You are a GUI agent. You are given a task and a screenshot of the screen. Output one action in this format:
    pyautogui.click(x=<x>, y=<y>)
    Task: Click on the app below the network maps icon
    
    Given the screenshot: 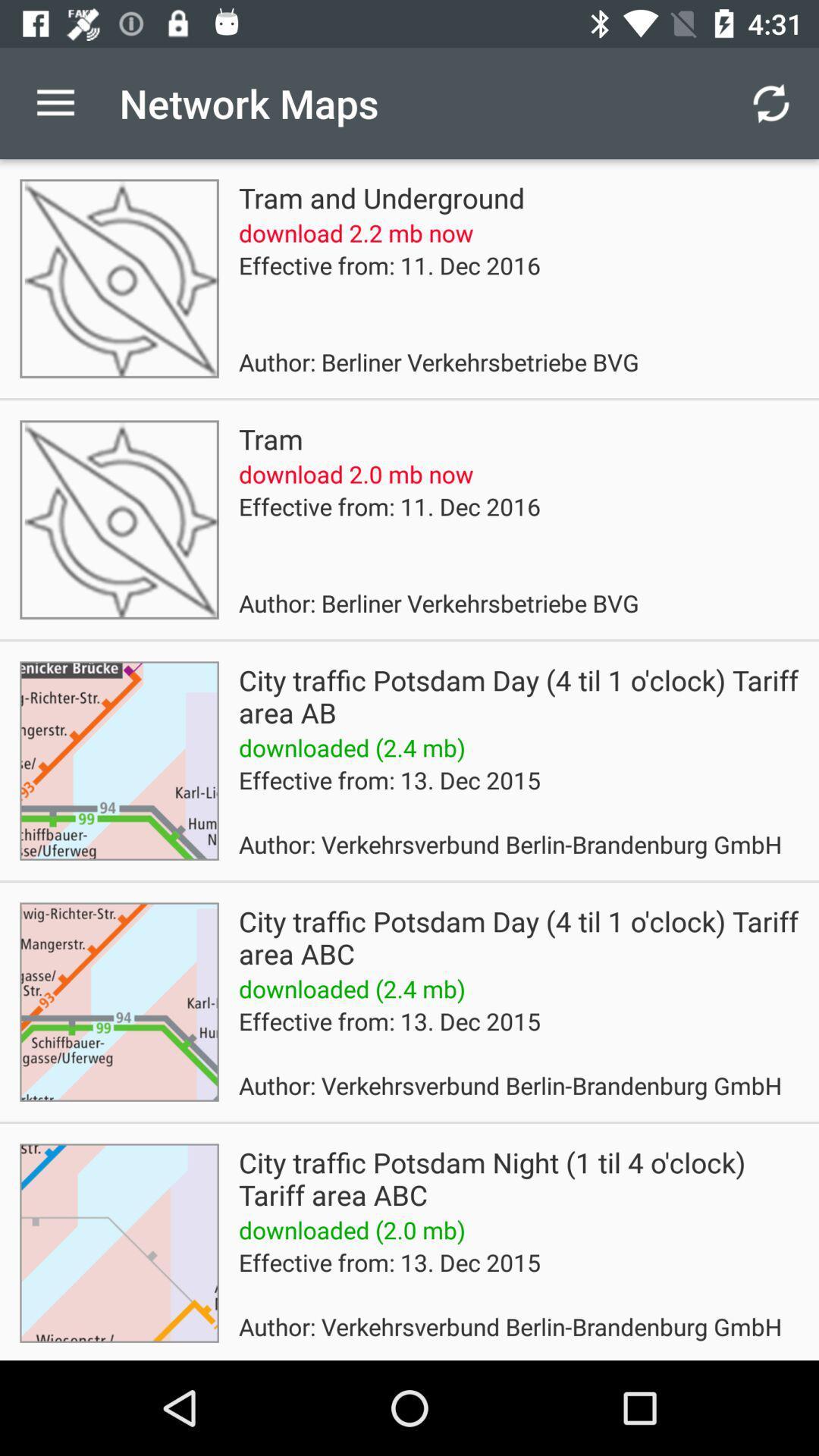 What is the action you would take?
    pyautogui.click(x=381, y=196)
    